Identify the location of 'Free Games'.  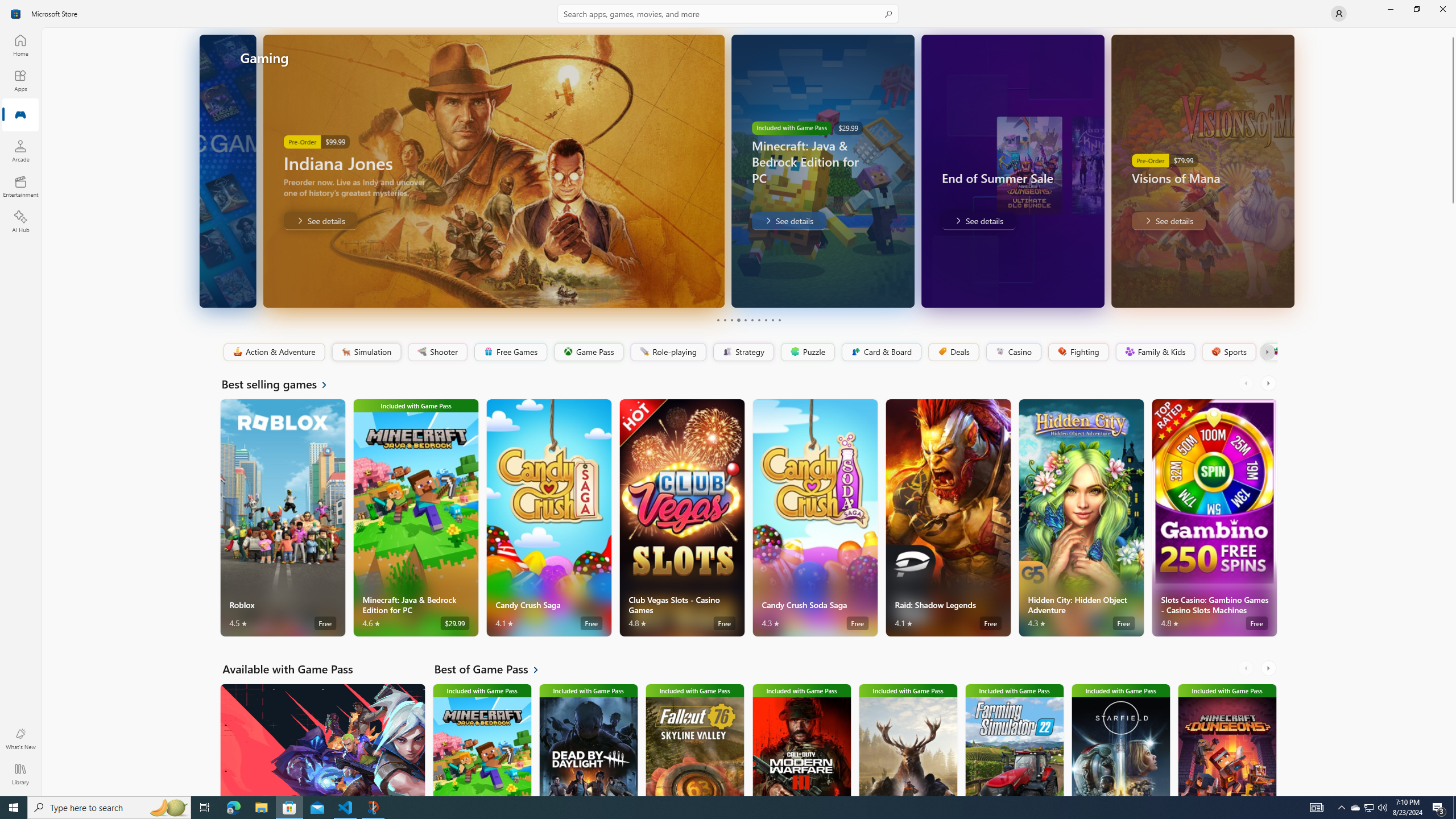
(510, 351).